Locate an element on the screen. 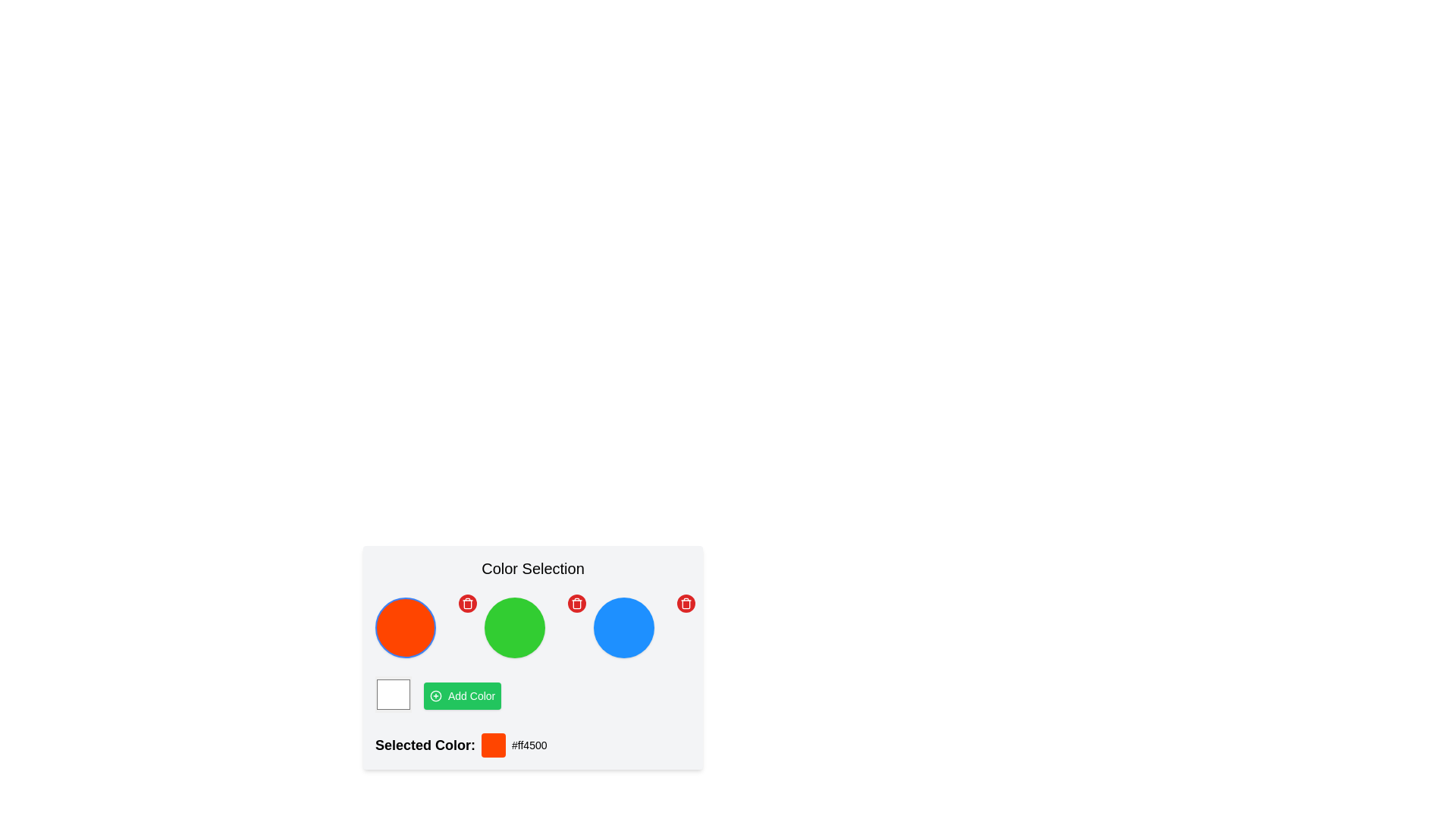 Image resolution: width=1456 pixels, height=819 pixels. properties of the circular graphical element that represents an addition action in the graphical interface is located at coordinates (435, 695).